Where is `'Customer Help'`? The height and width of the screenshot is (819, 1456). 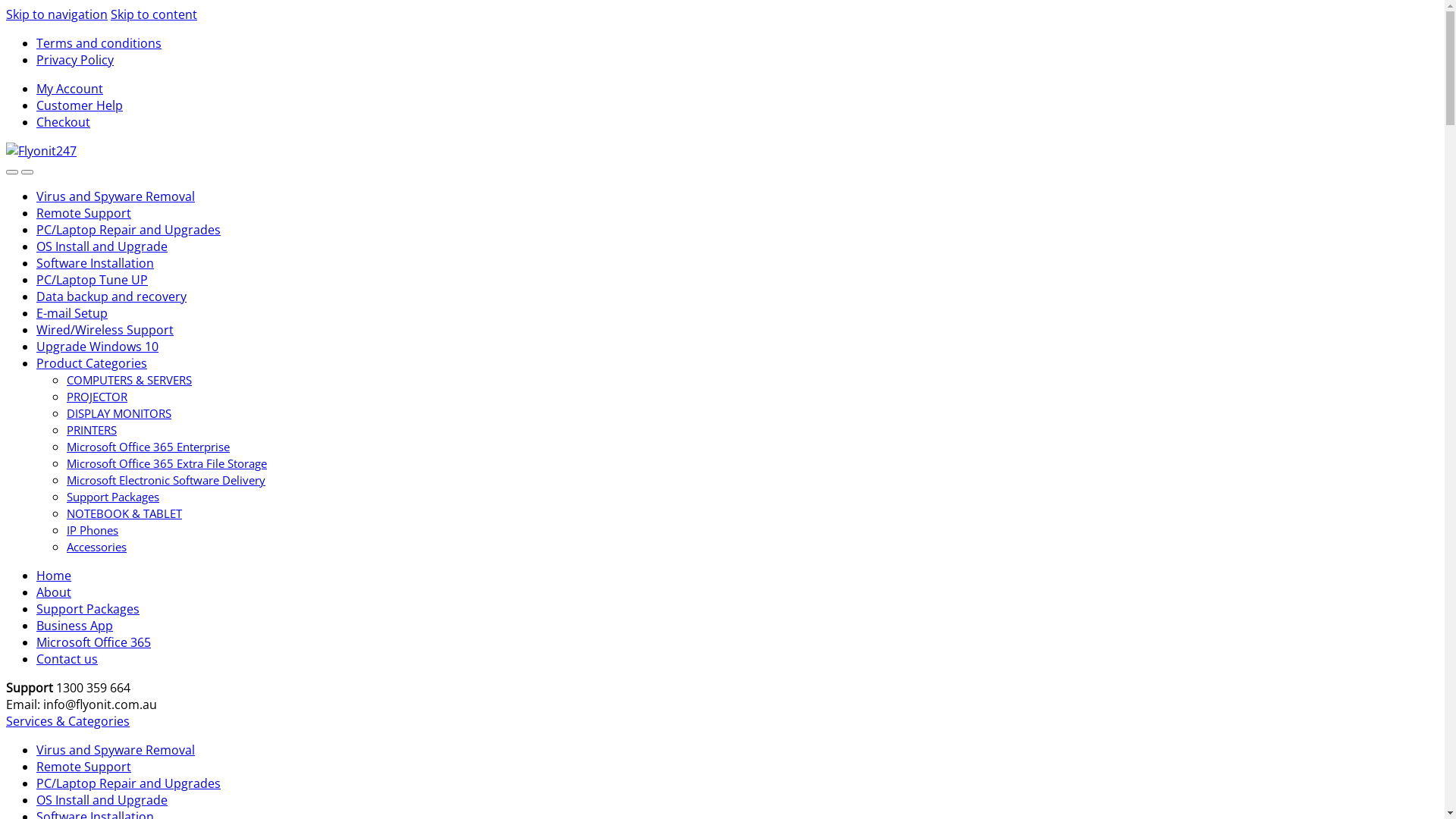 'Customer Help' is located at coordinates (36, 104).